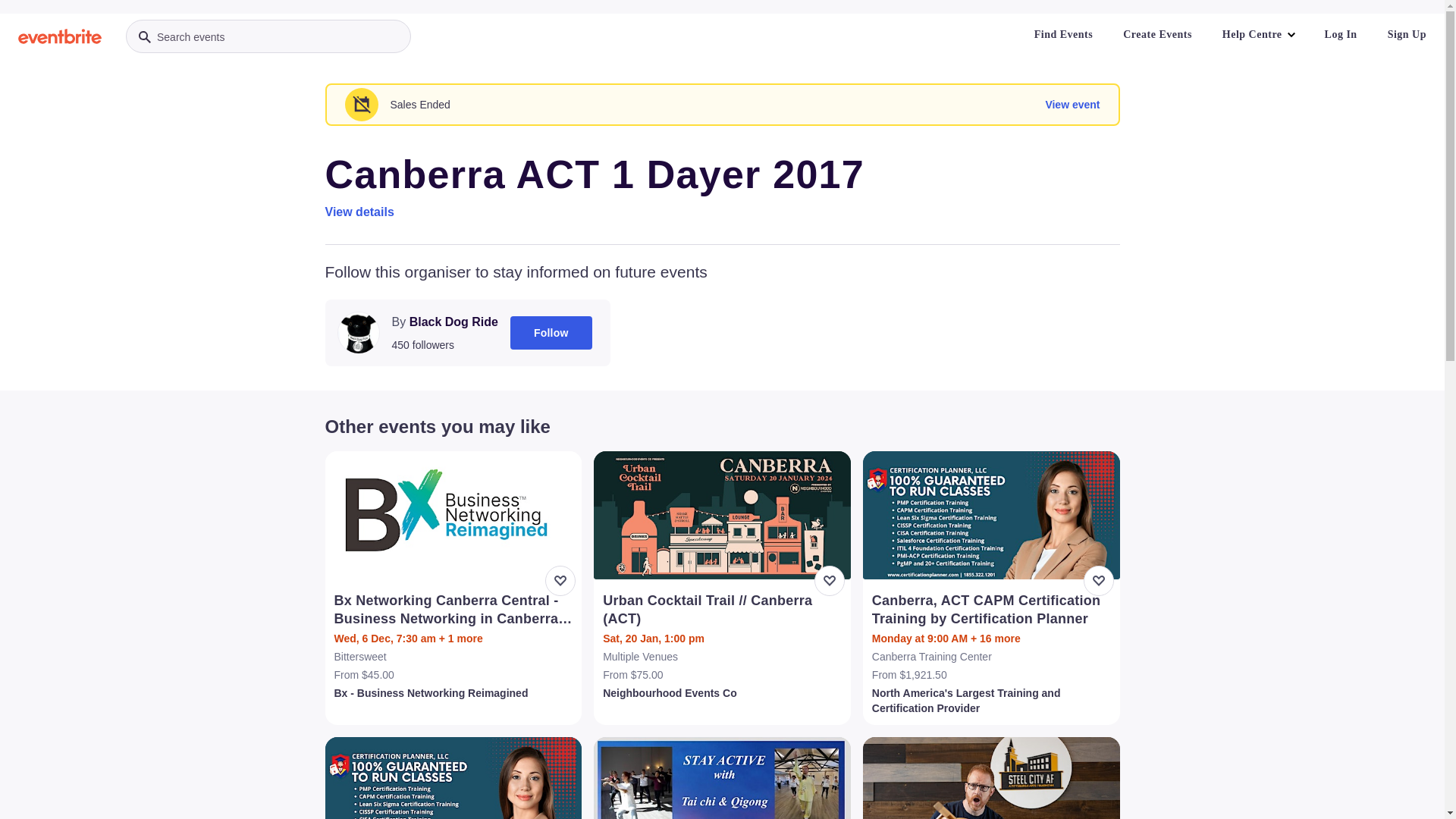 This screenshot has width=1456, height=819. What do you see at coordinates (1110, 34) in the screenshot?
I see `'Create Events'` at bounding box center [1110, 34].